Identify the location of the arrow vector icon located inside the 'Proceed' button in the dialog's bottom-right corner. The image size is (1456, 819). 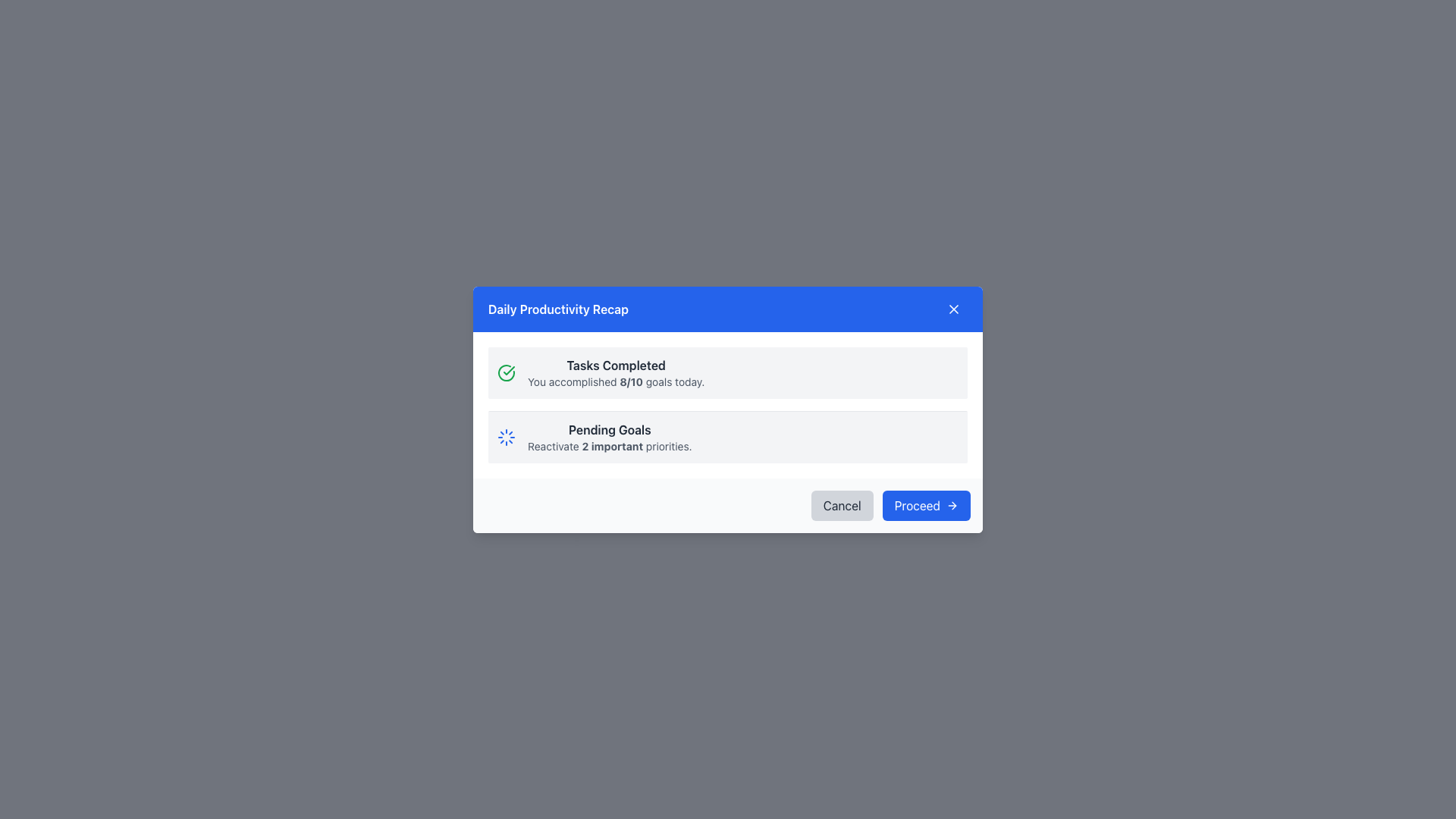
(953, 505).